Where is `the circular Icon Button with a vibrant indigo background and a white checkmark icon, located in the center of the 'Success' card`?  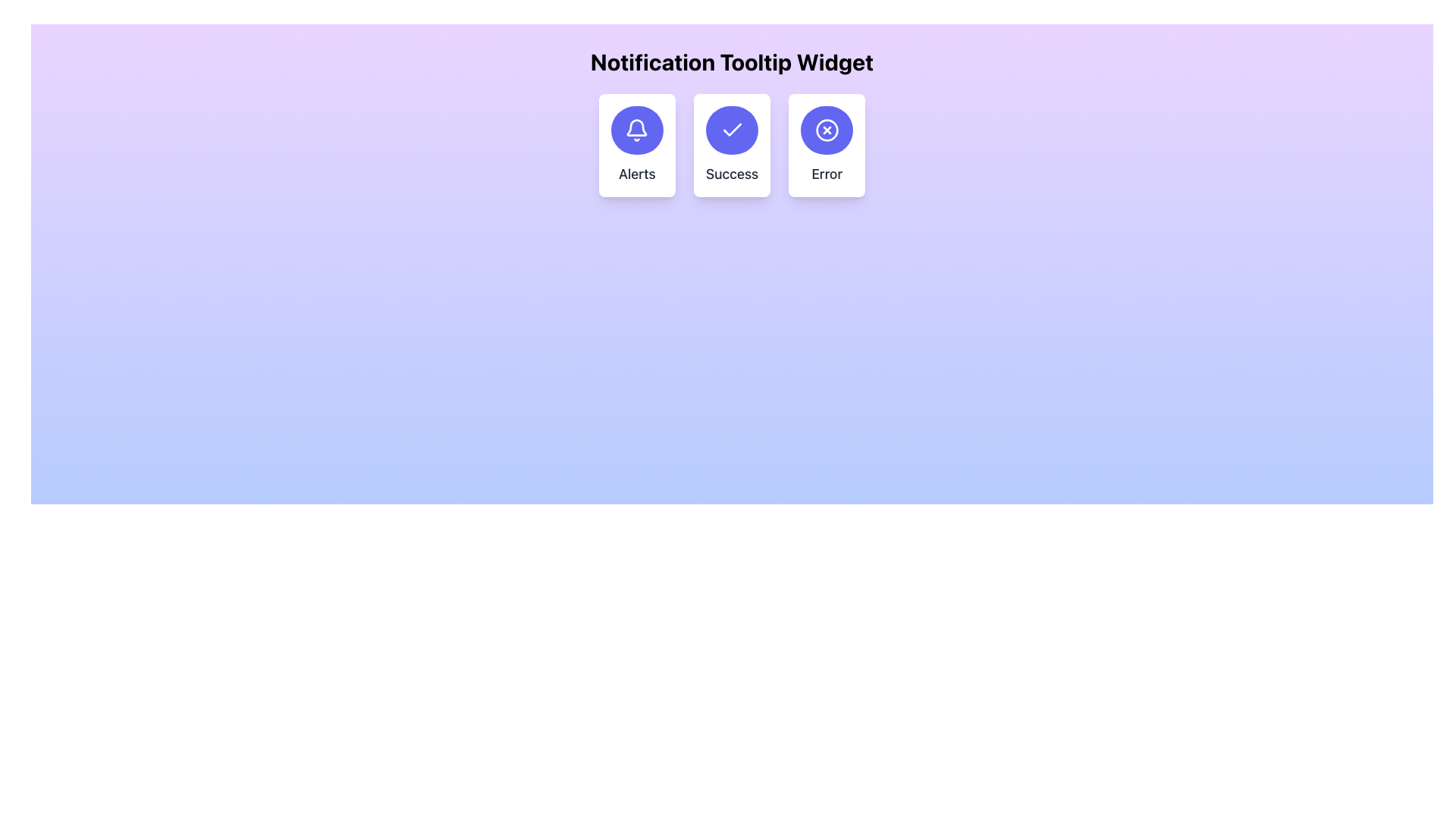 the circular Icon Button with a vibrant indigo background and a white checkmark icon, located in the center of the 'Success' card is located at coordinates (732, 130).